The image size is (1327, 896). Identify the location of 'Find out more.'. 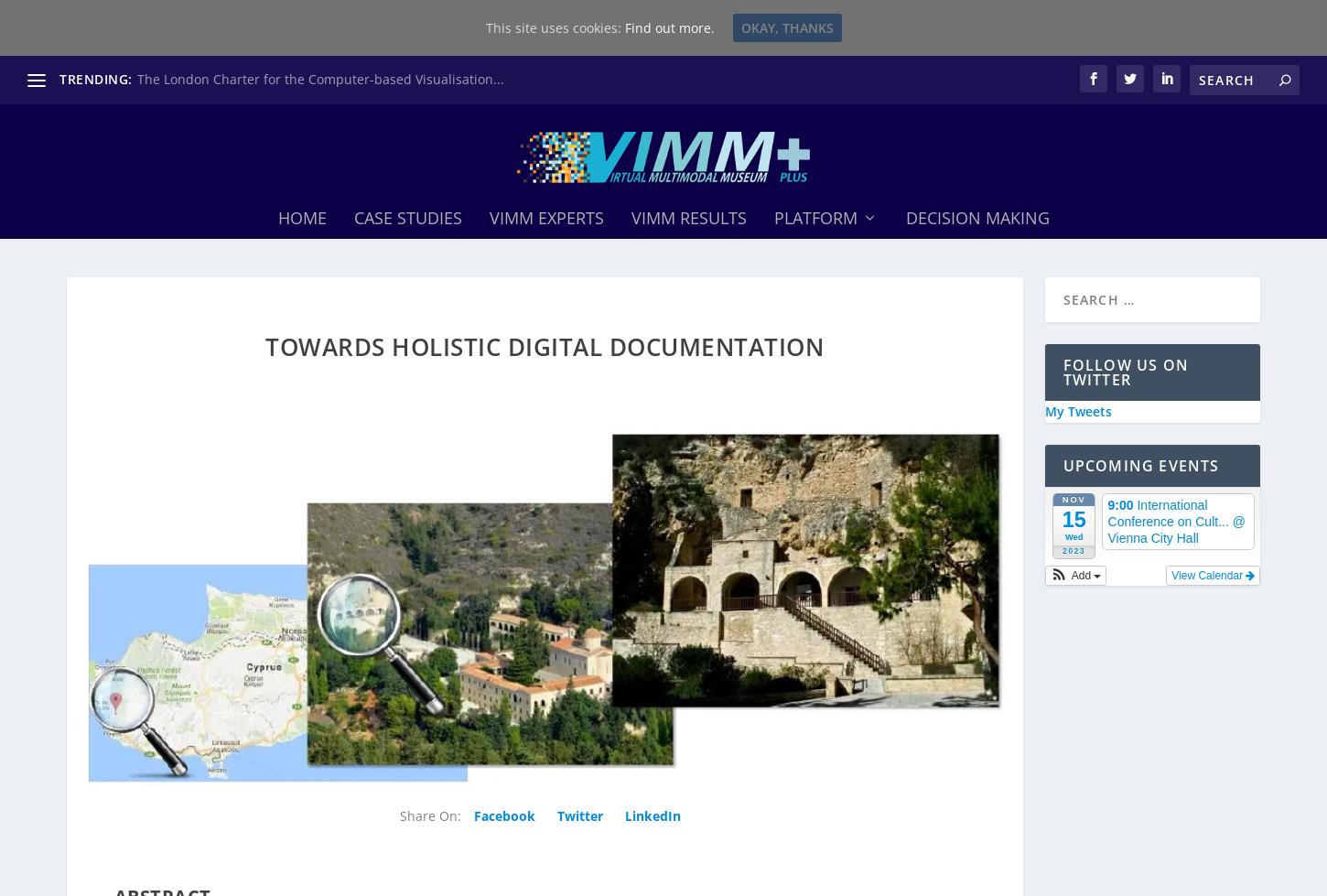
(622, 27).